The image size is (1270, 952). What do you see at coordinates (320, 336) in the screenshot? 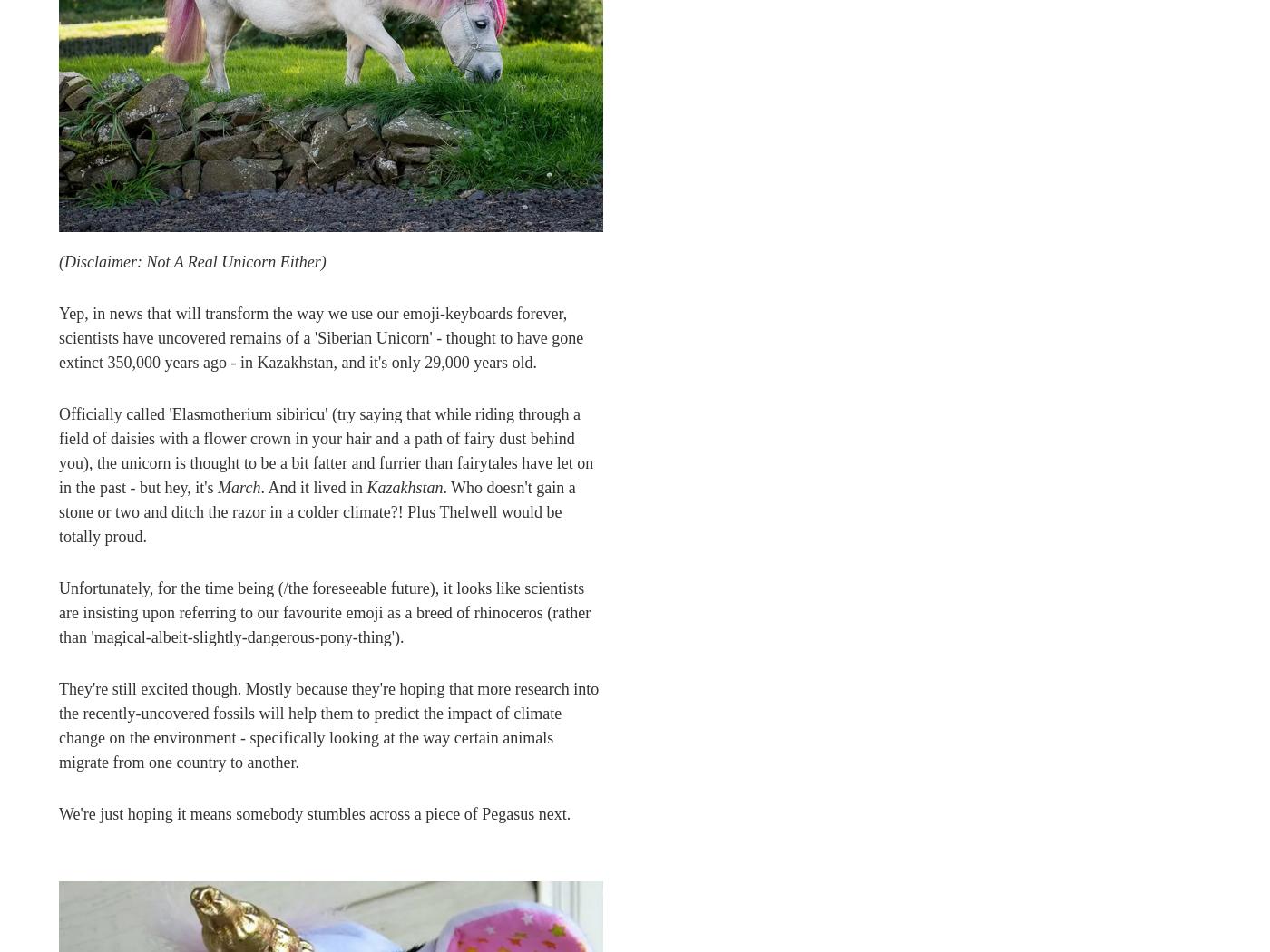
I see `'Yep, in news that will transform the way we use our emoji-keyboards forever, scientists have uncovered remains of a 'Siberian Unicorn' - thought to have gone extinct 350,000 years ago - in Kazakhstan, and it's only 29,000 years old.'` at bounding box center [320, 336].